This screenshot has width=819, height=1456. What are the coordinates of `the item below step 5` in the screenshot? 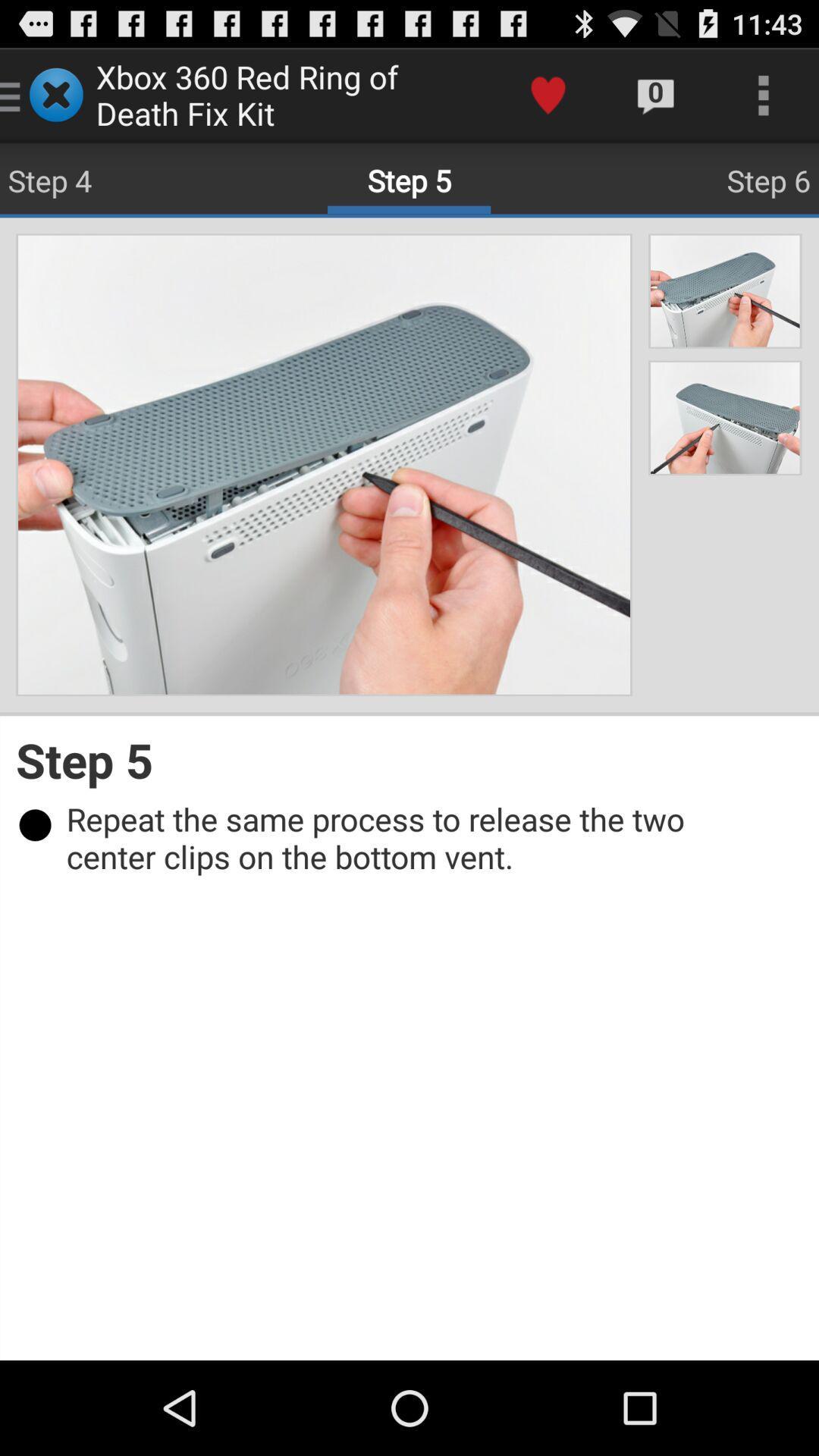 It's located at (417, 836).